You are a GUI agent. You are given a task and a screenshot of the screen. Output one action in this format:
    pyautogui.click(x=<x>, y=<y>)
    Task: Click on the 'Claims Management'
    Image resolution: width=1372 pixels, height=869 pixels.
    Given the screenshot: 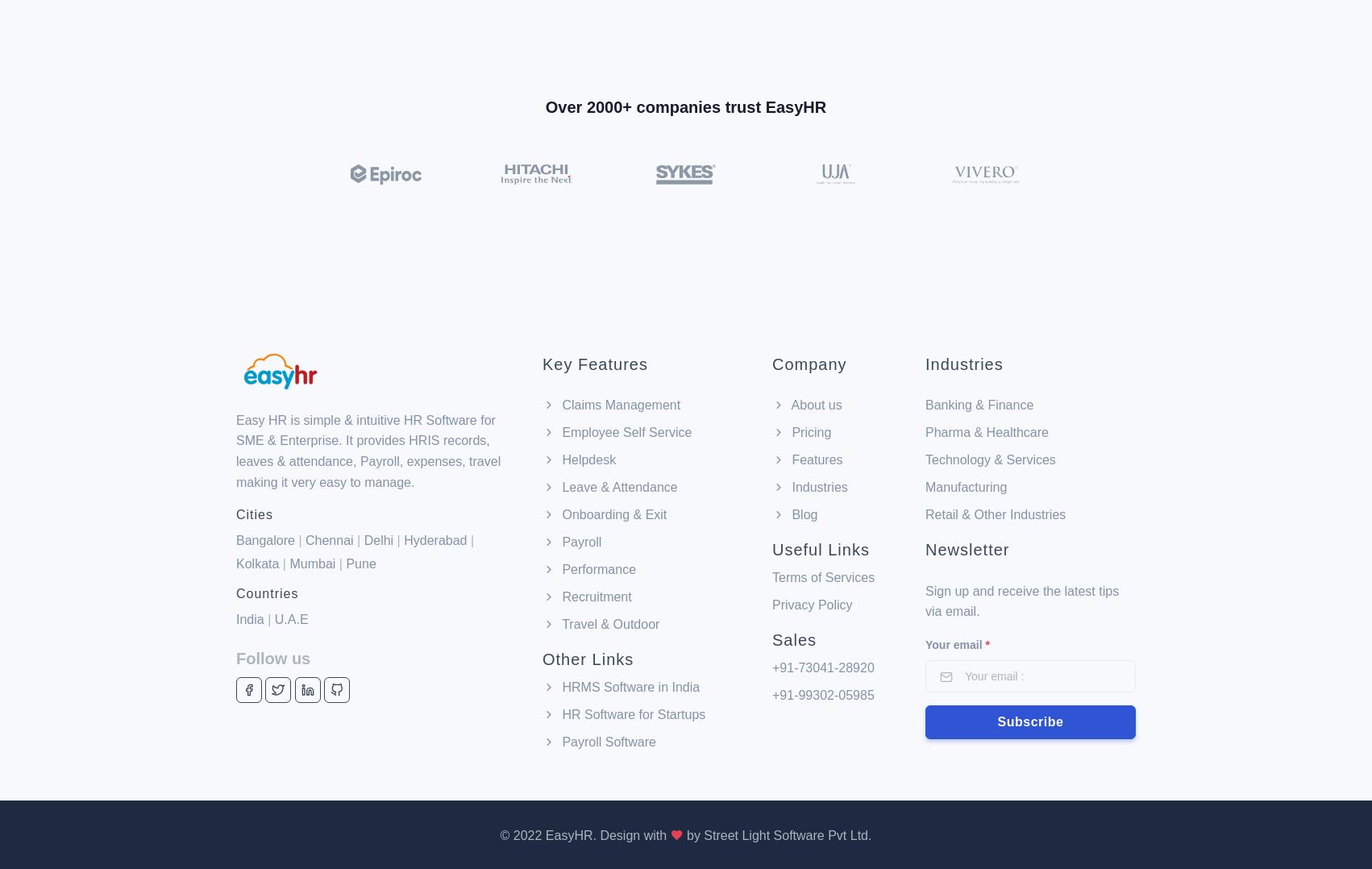 What is the action you would take?
    pyautogui.click(x=618, y=318)
    